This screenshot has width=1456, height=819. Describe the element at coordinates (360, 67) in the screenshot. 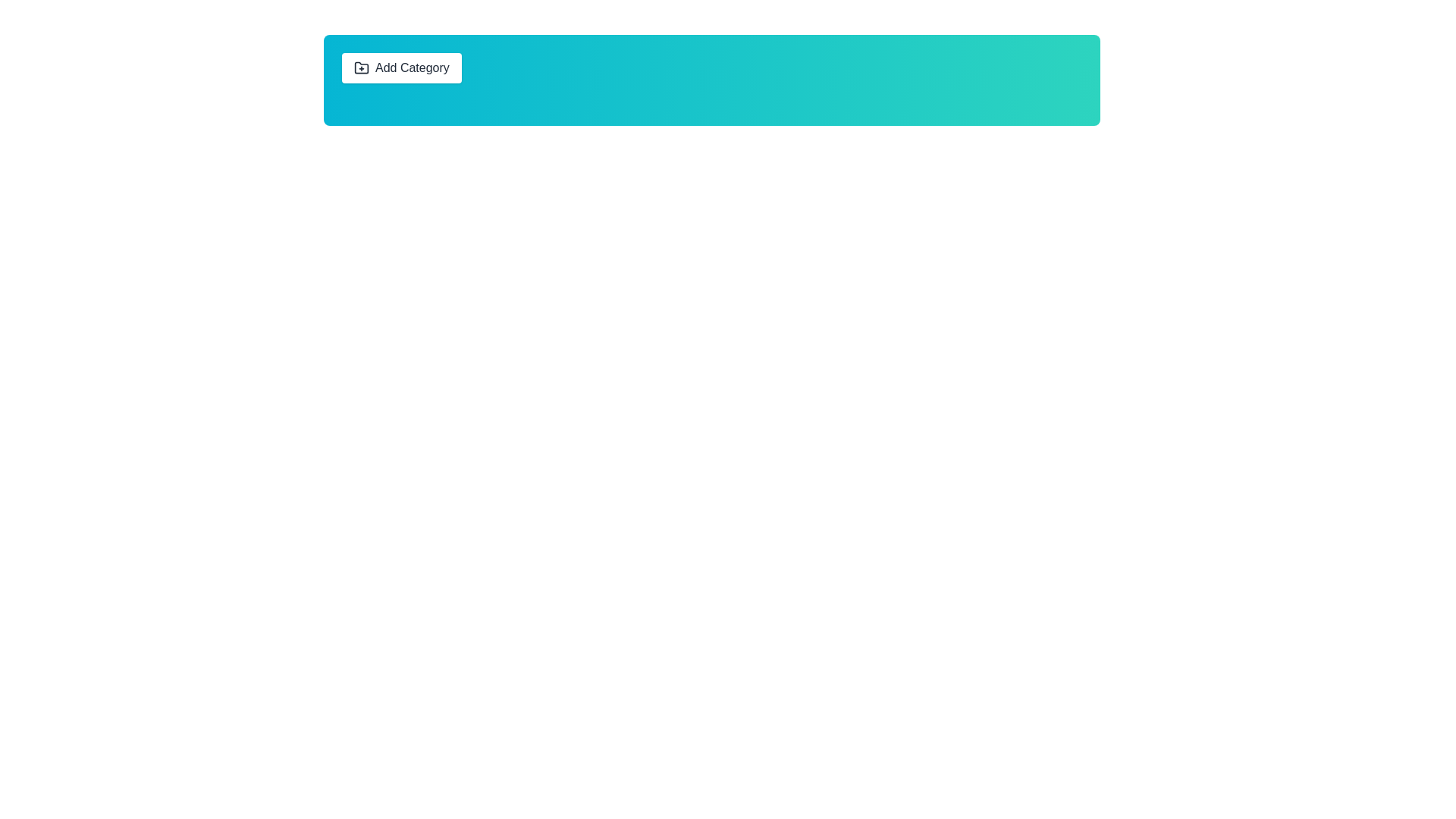

I see `the 'Add Category' icon, which is the first sub-element within the button labeled 'Add Category' and is positioned to the far left of the button's text` at that location.